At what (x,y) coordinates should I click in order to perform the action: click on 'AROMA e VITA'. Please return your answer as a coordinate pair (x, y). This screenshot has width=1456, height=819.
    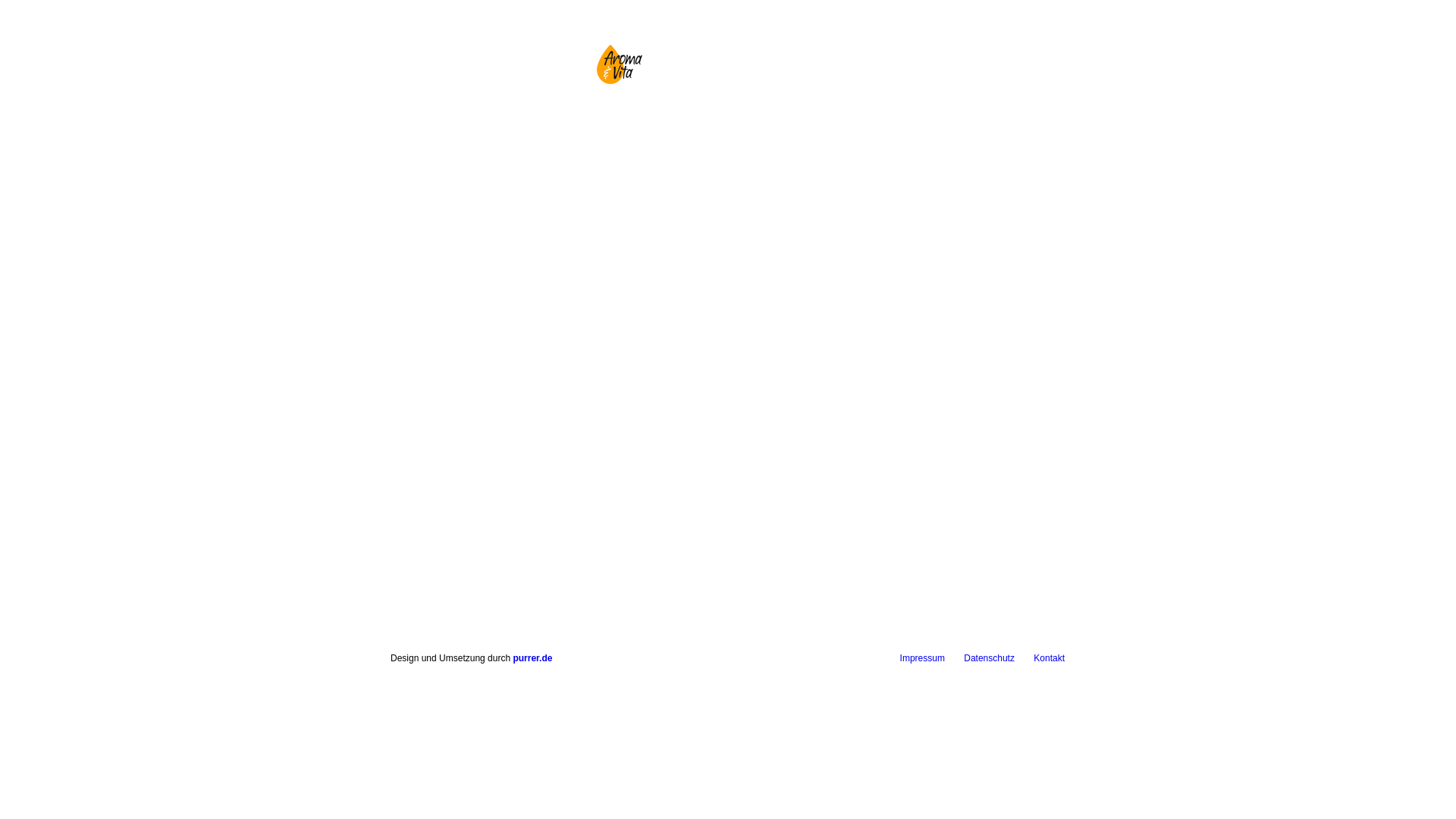
    Looking at the image, I should click on (617, 63).